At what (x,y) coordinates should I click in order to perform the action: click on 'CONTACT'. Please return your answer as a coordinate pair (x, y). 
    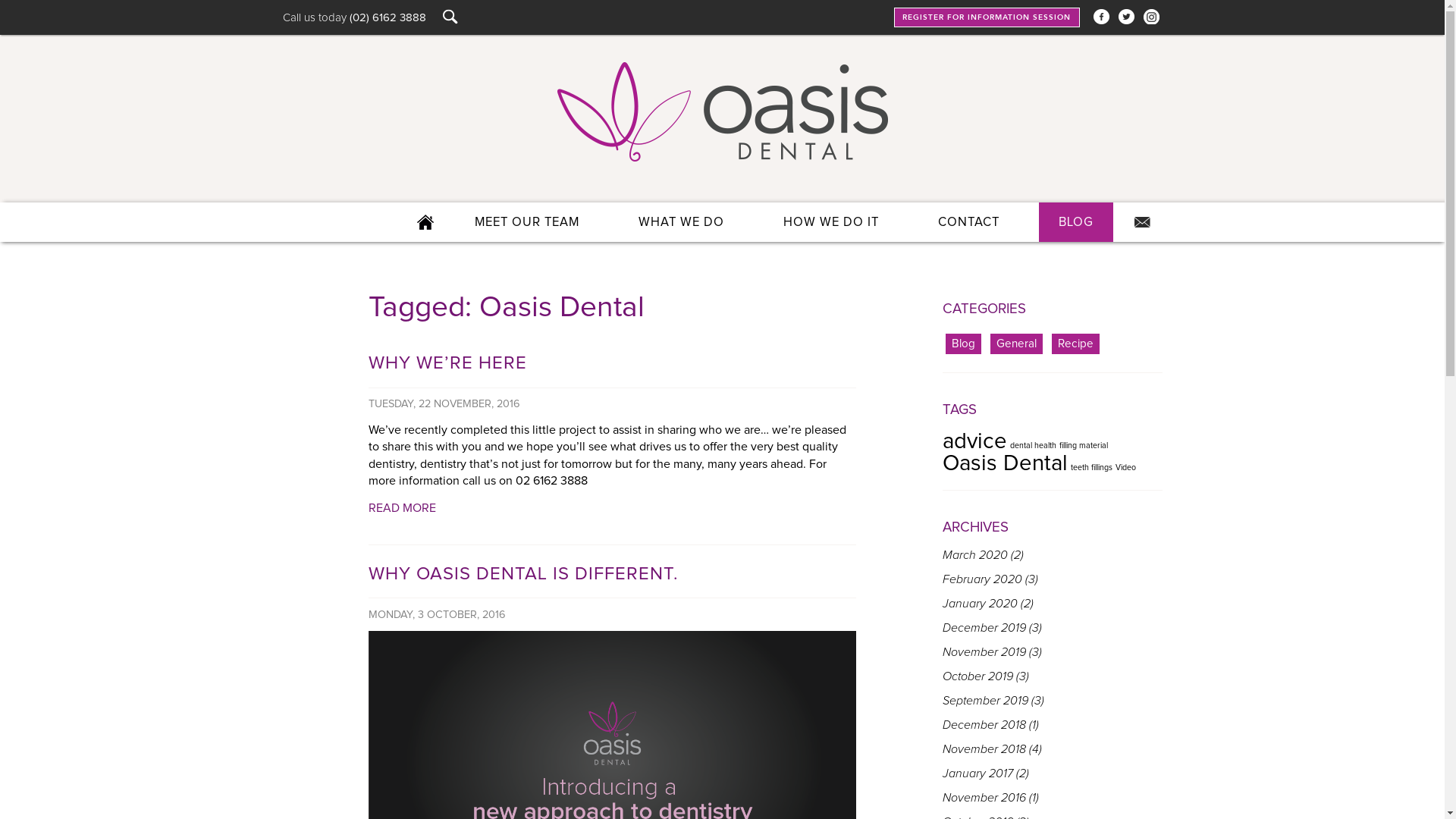
    Looking at the image, I should click on (916, 222).